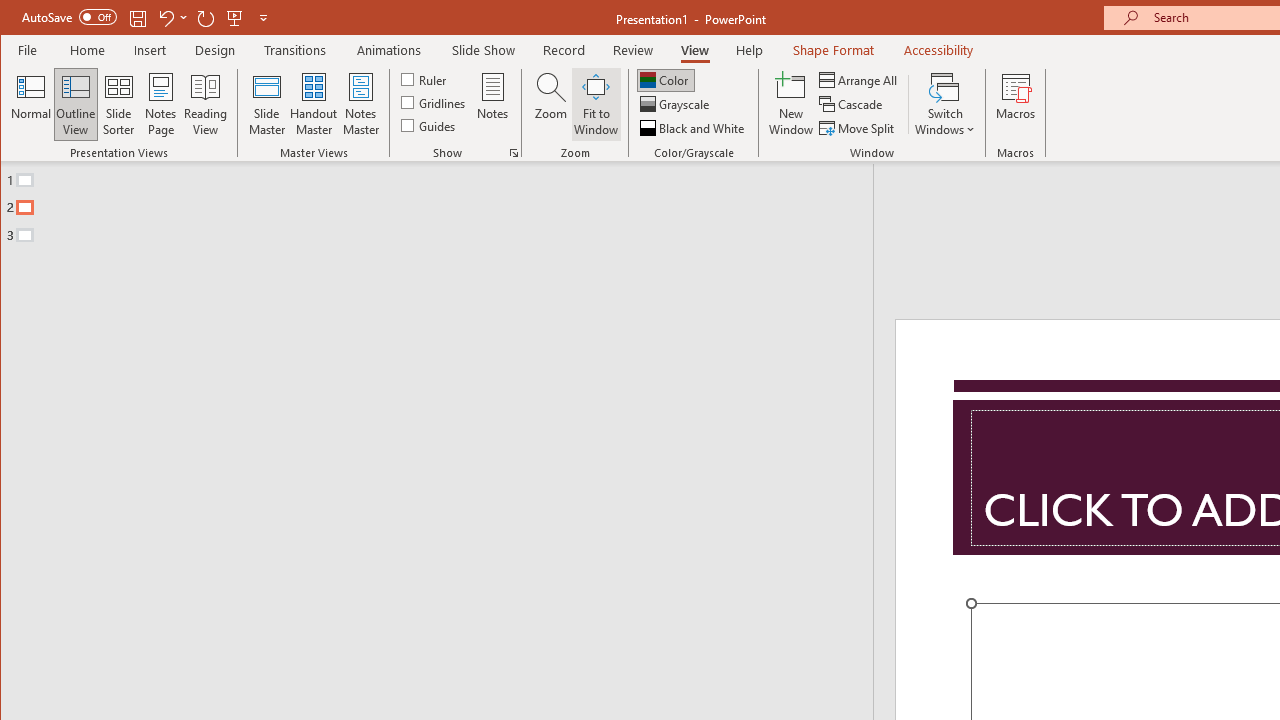  Describe the element at coordinates (853, 104) in the screenshot. I see `'Cascade'` at that location.